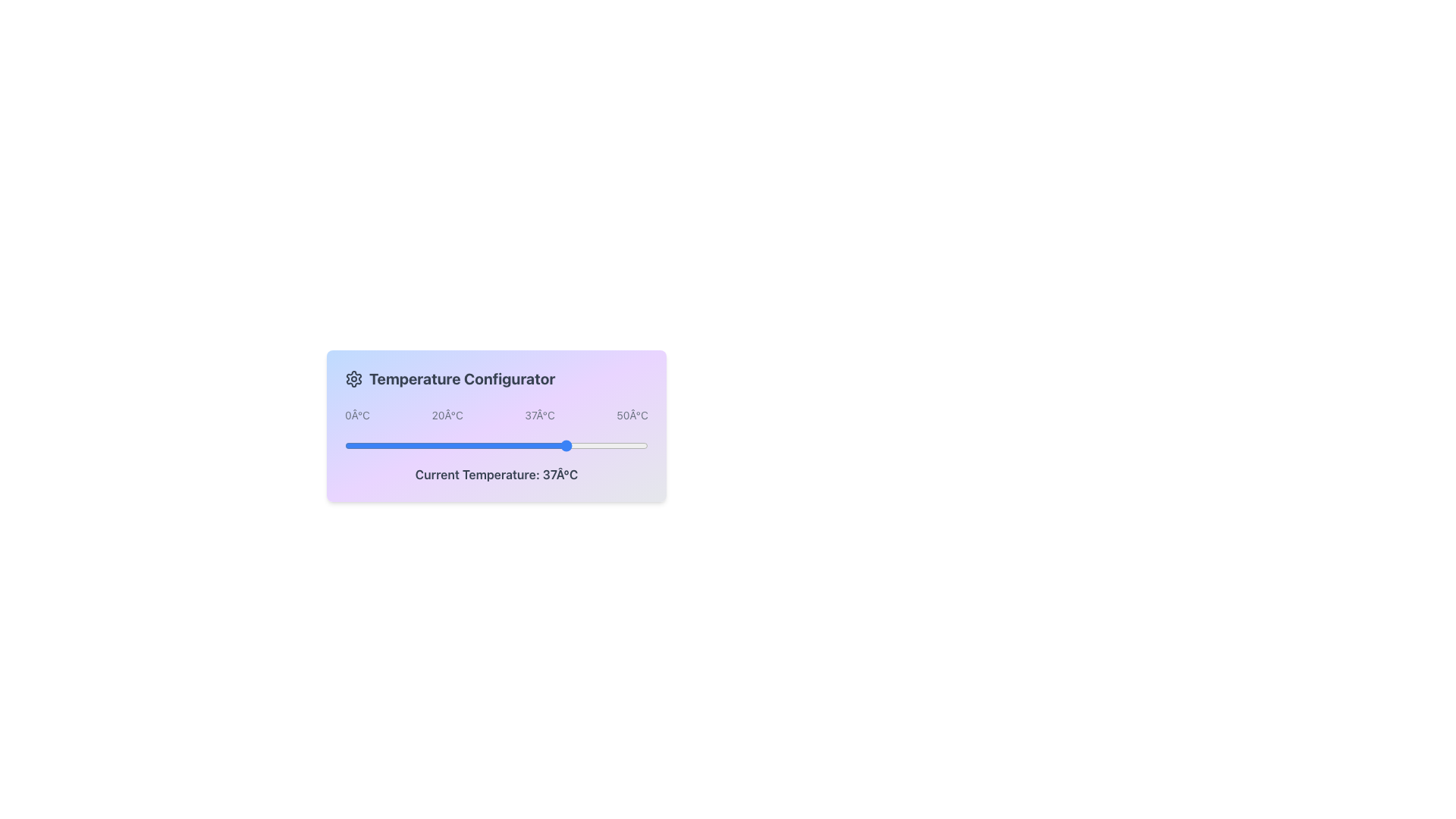  What do you see at coordinates (356, 415) in the screenshot?
I see `the static text label indicating the temperature value '0°C', which is the first label in a group of temperature range labels above the slider in the configurator interface` at bounding box center [356, 415].